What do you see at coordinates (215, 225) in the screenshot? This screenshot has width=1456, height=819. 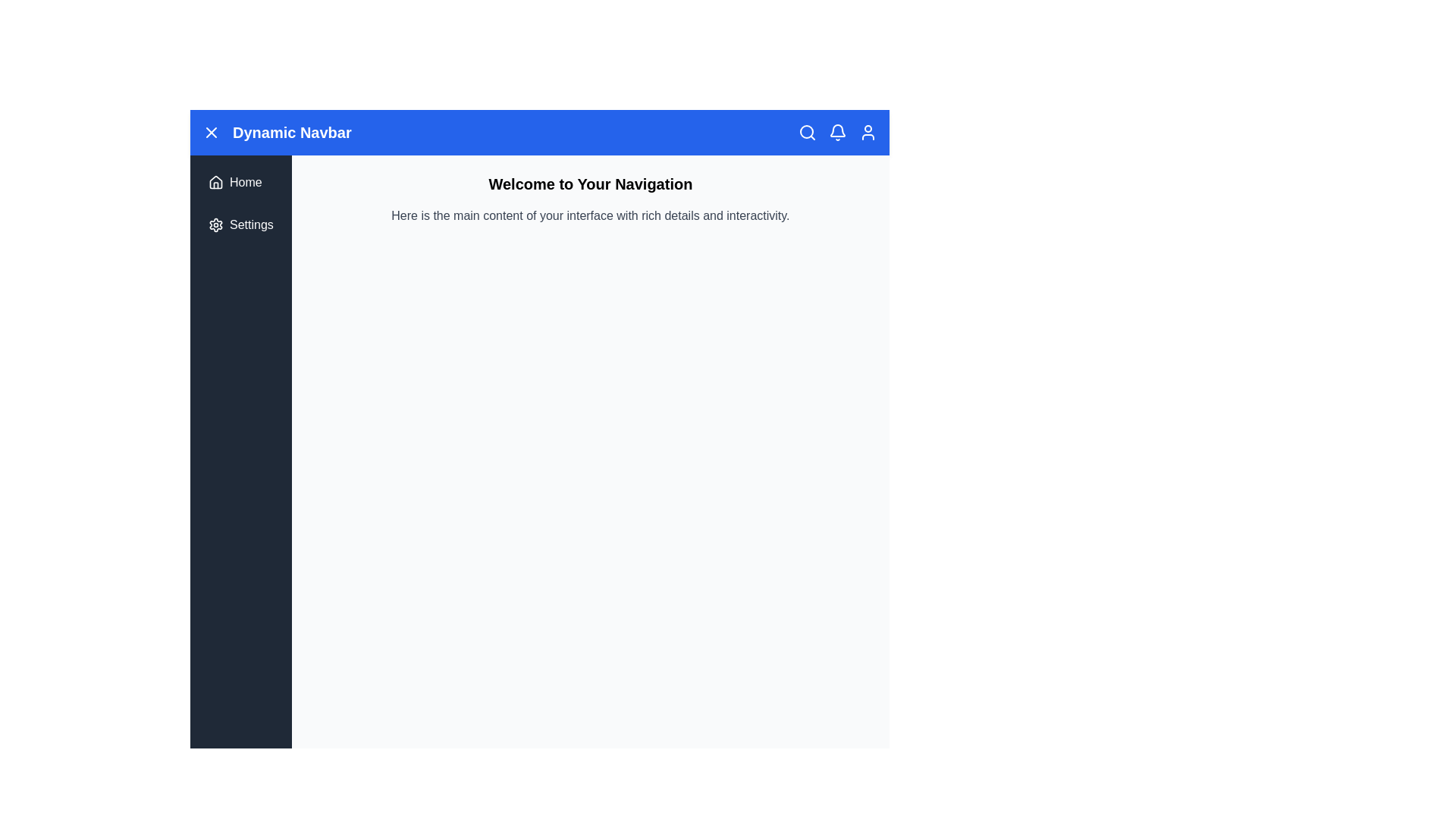 I see `the Decorative icon component of the 'Settings' symbol located in the left-hand navigation bar to trigger 'Settings' related actions` at bounding box center [215, 225].